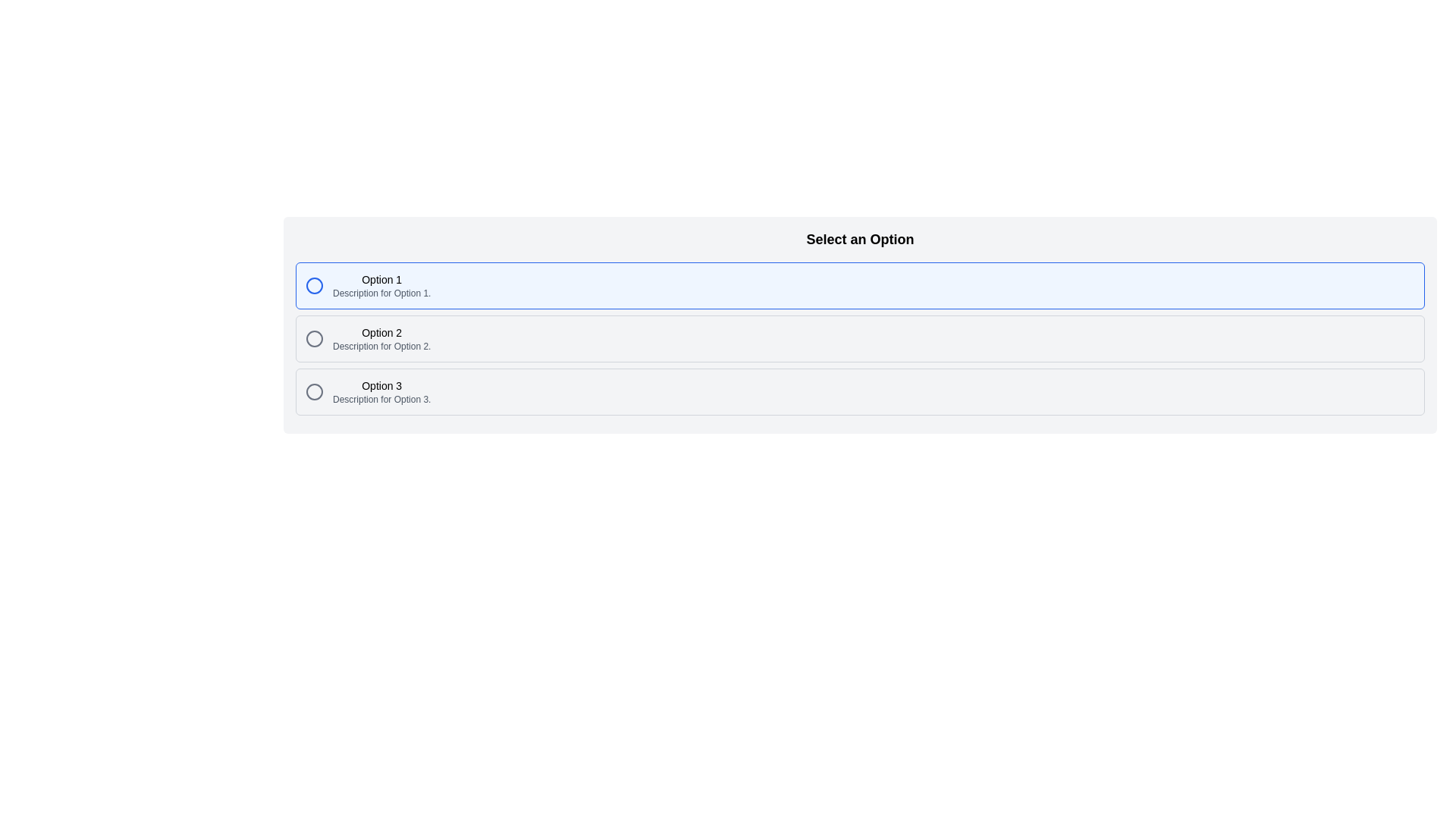 The image size is (1456, 819). Describe the element at coordinates (313, 338) in the screenshot. I see `the radio button icon located to the left of the text 'Option 2'` at that location.